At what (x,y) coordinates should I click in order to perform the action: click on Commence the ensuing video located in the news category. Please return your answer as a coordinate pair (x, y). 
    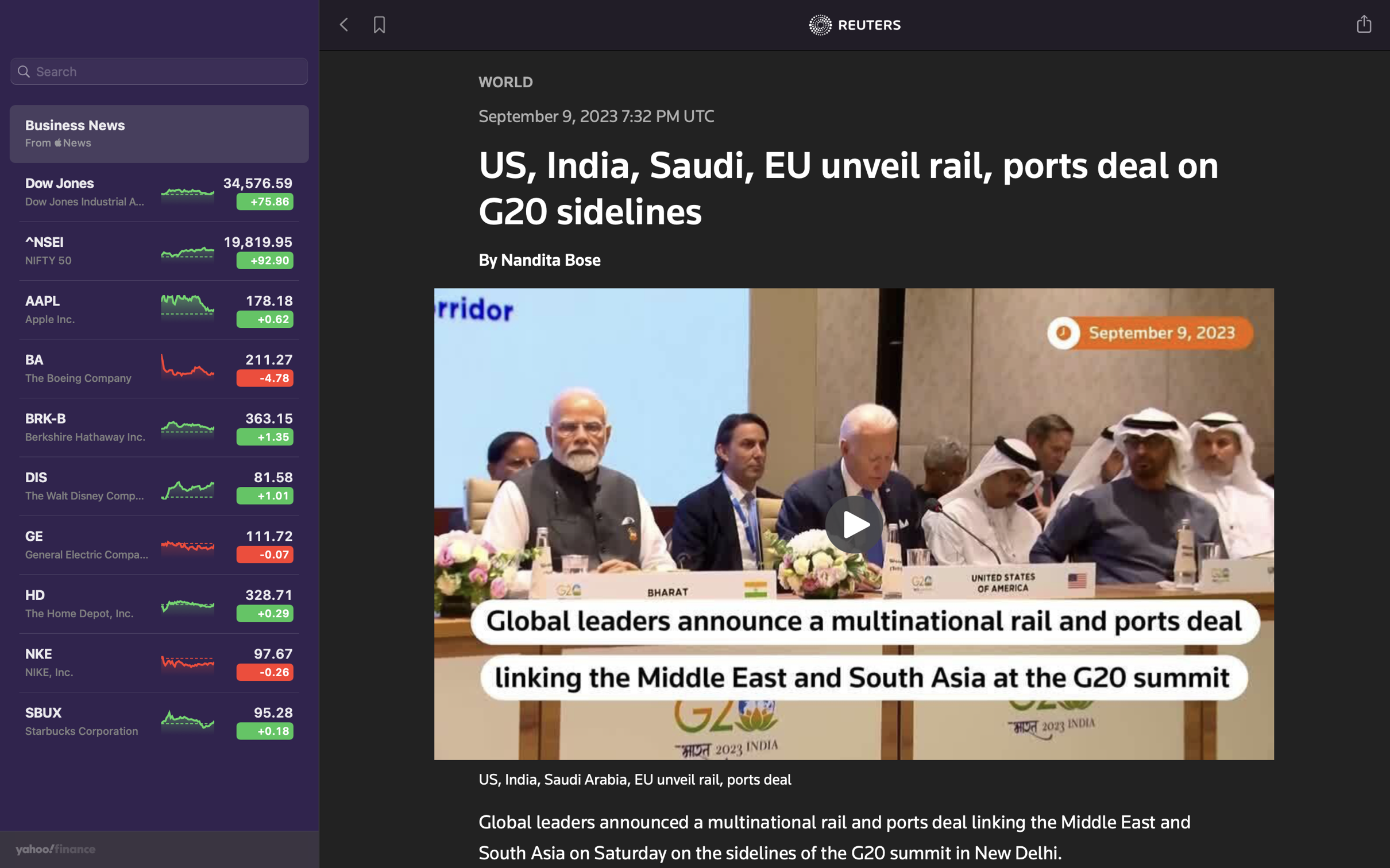
    Looking at the image, I should click on (855, 522).